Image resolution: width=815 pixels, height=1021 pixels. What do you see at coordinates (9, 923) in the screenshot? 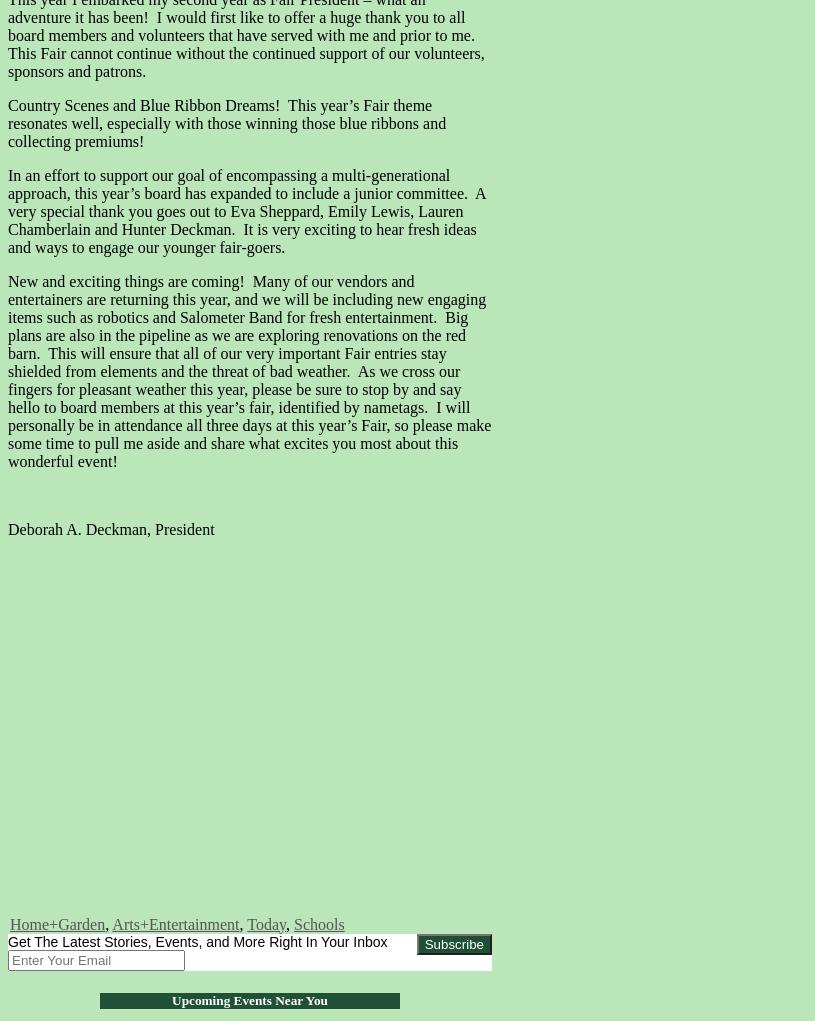
I see `'Home+Garden'` at bounding box center [9, 923].